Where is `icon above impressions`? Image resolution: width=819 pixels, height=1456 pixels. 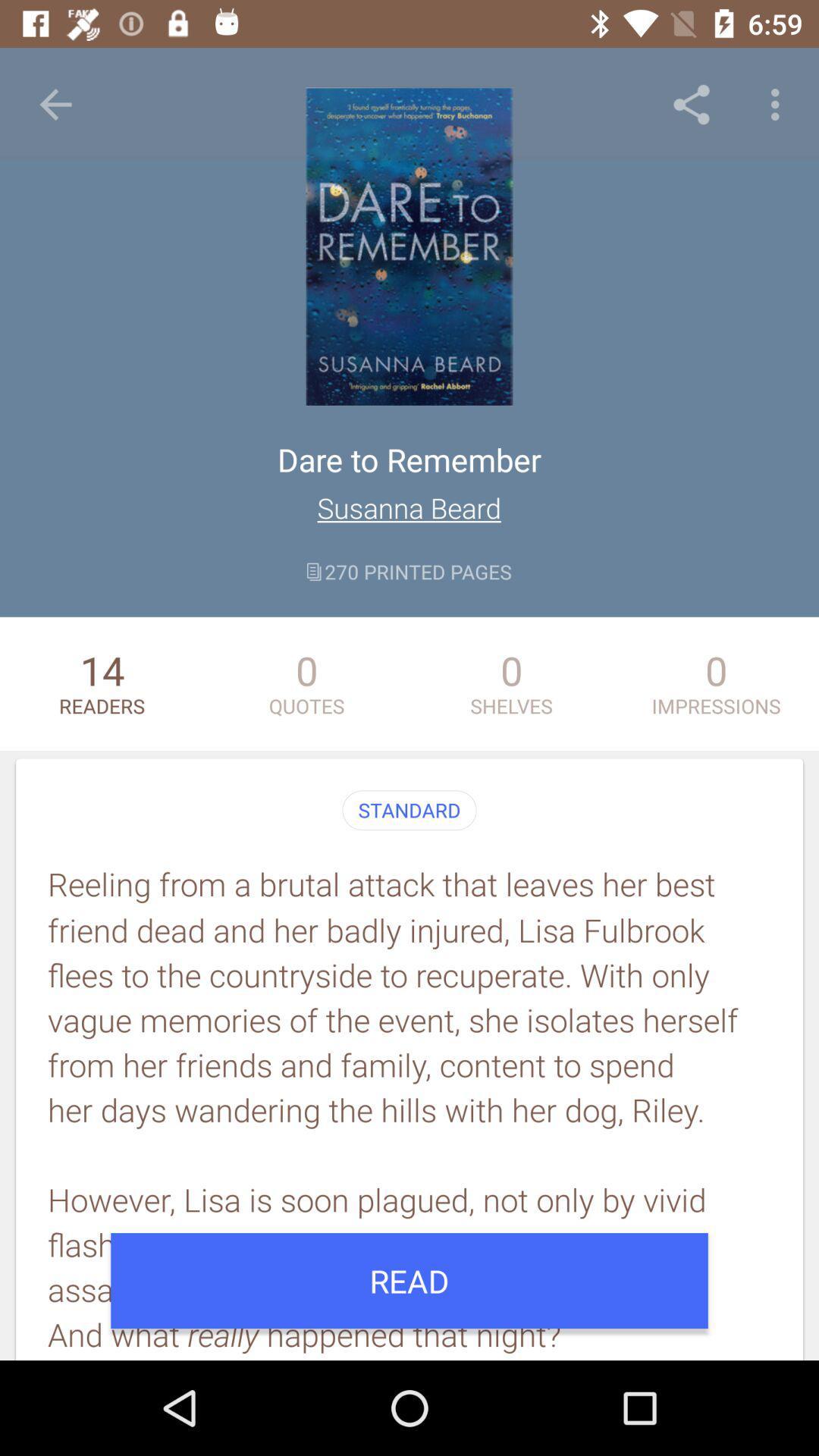 icon above impressions is located at coordinates (779, 104).